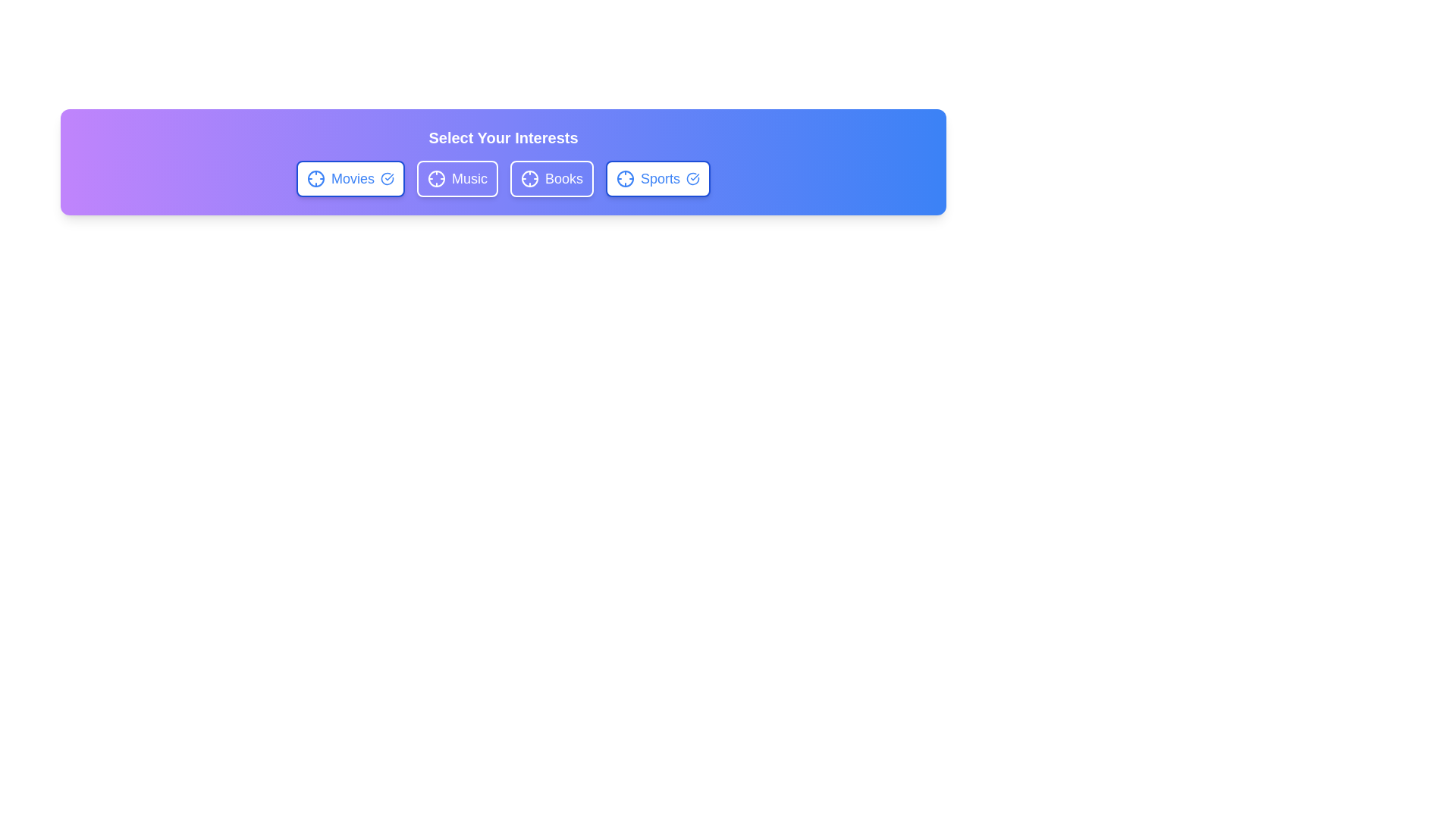 The width and height of the screenshot is (1456, 819). I want to click on the chip labeled Music to observe the hover effect, so click(457, 177).